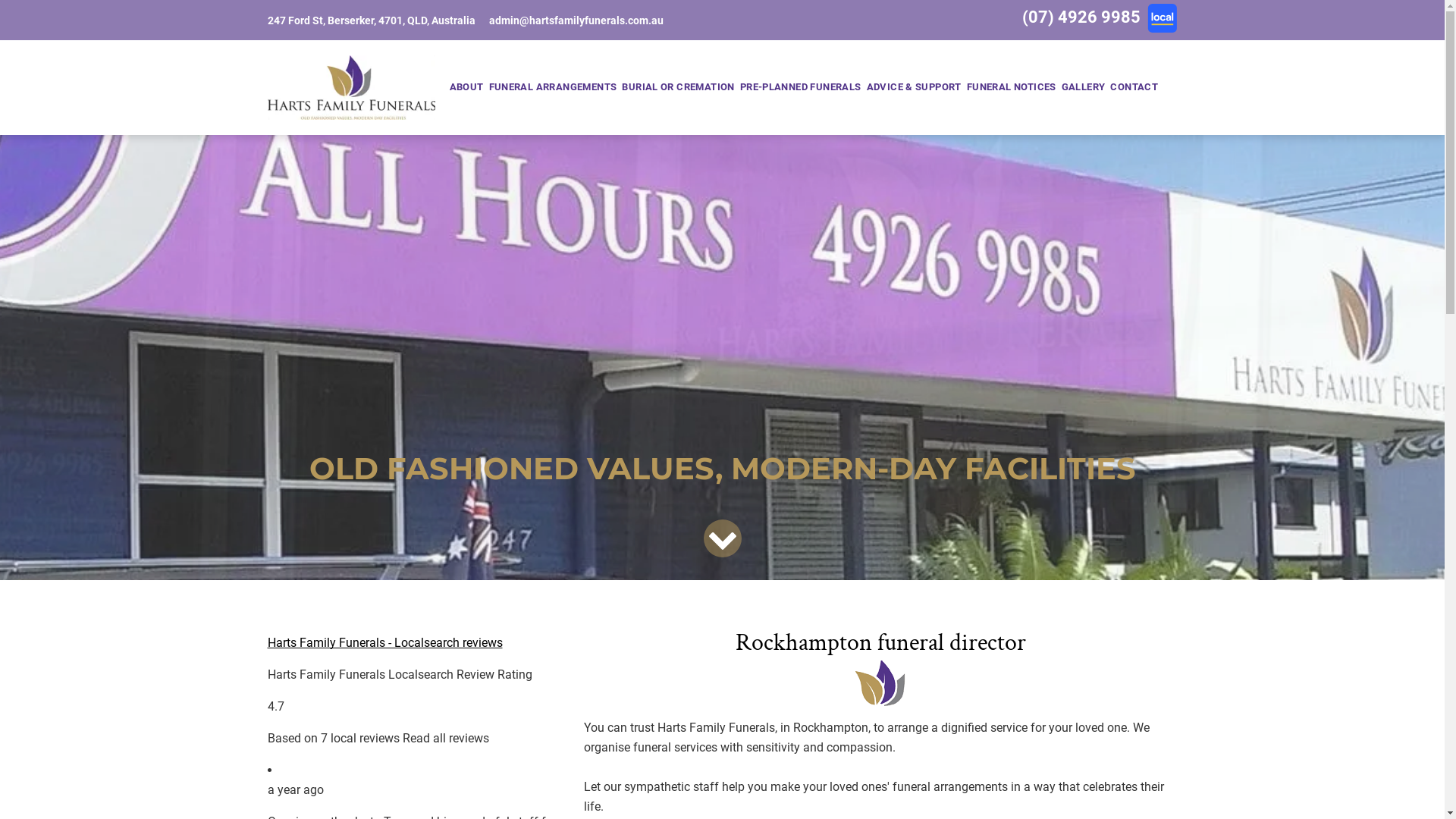  Describe the element at coordinates (552, 87) in the screenshot. I see `'FUNERAL ARRANGEMENTS'` at that location.